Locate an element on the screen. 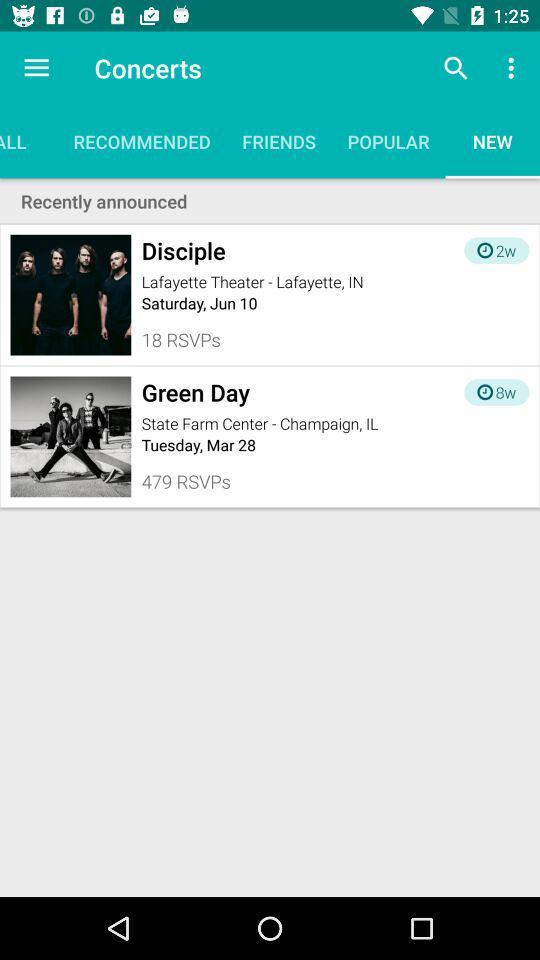 This screenshot has height=960, width=540. icon to the left of the concerts is located at coordinates (36, 68).